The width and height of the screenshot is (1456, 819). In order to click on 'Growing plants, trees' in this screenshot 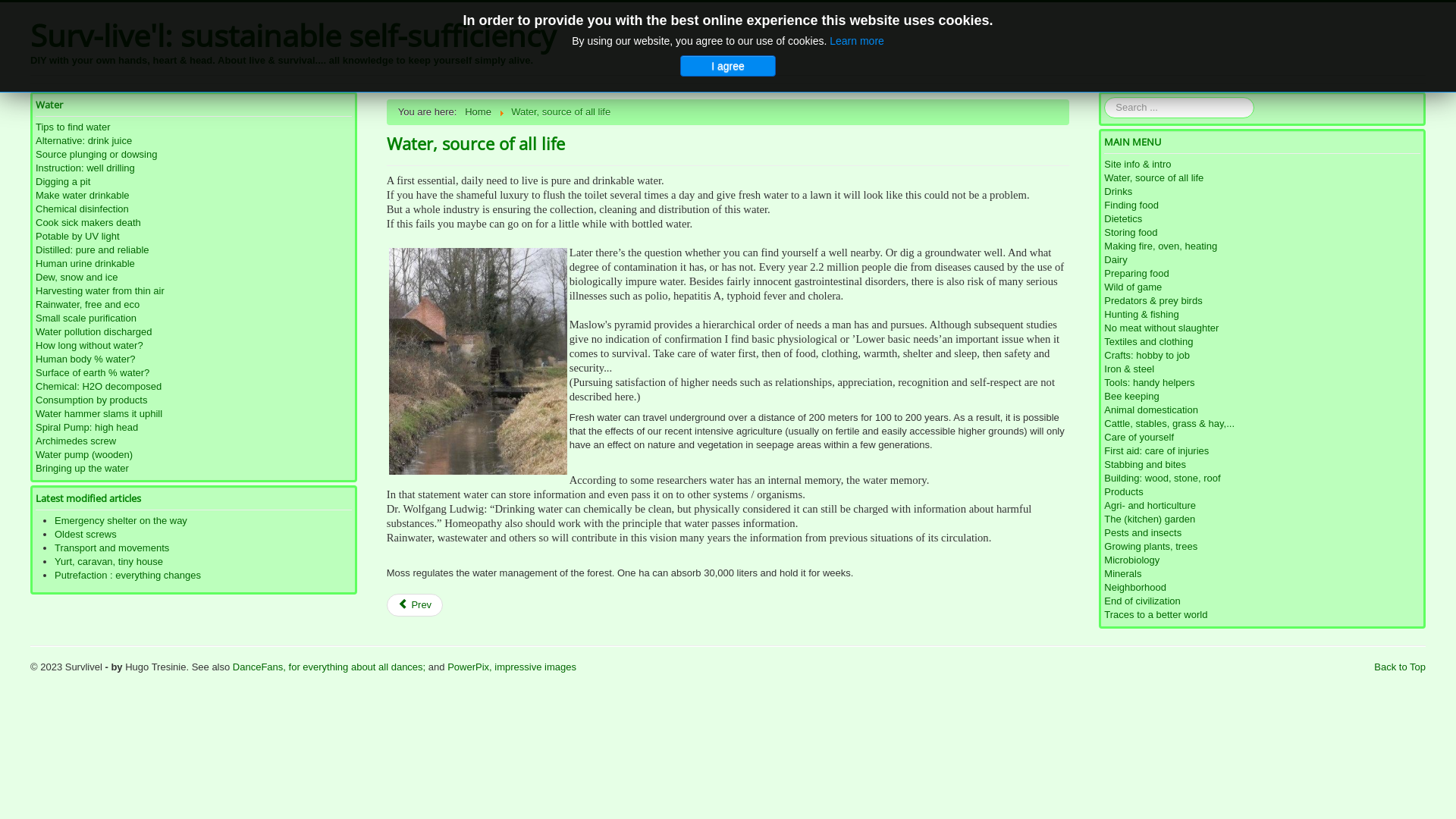, I will do `click(1103, 547)`.